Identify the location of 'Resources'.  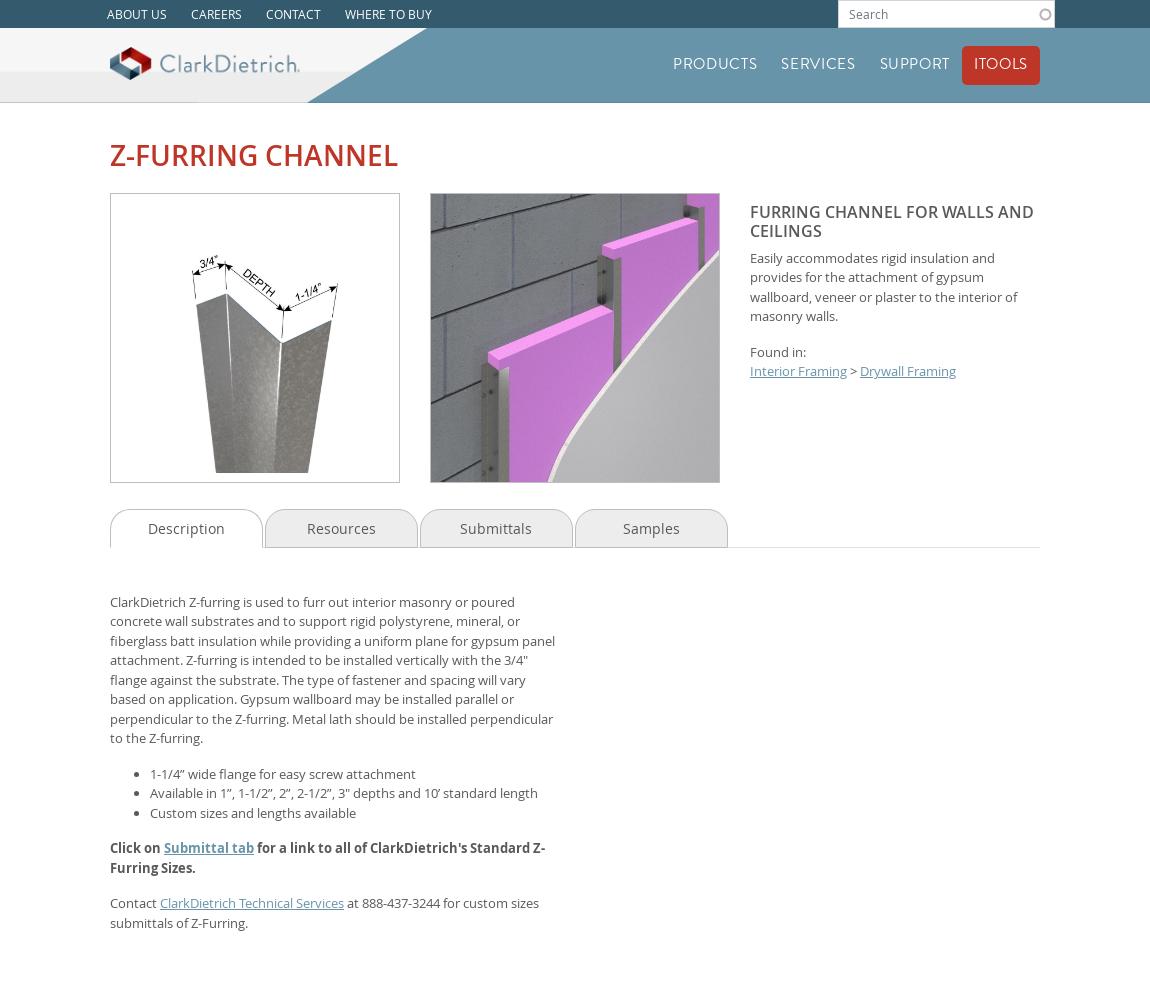
(340, 527).